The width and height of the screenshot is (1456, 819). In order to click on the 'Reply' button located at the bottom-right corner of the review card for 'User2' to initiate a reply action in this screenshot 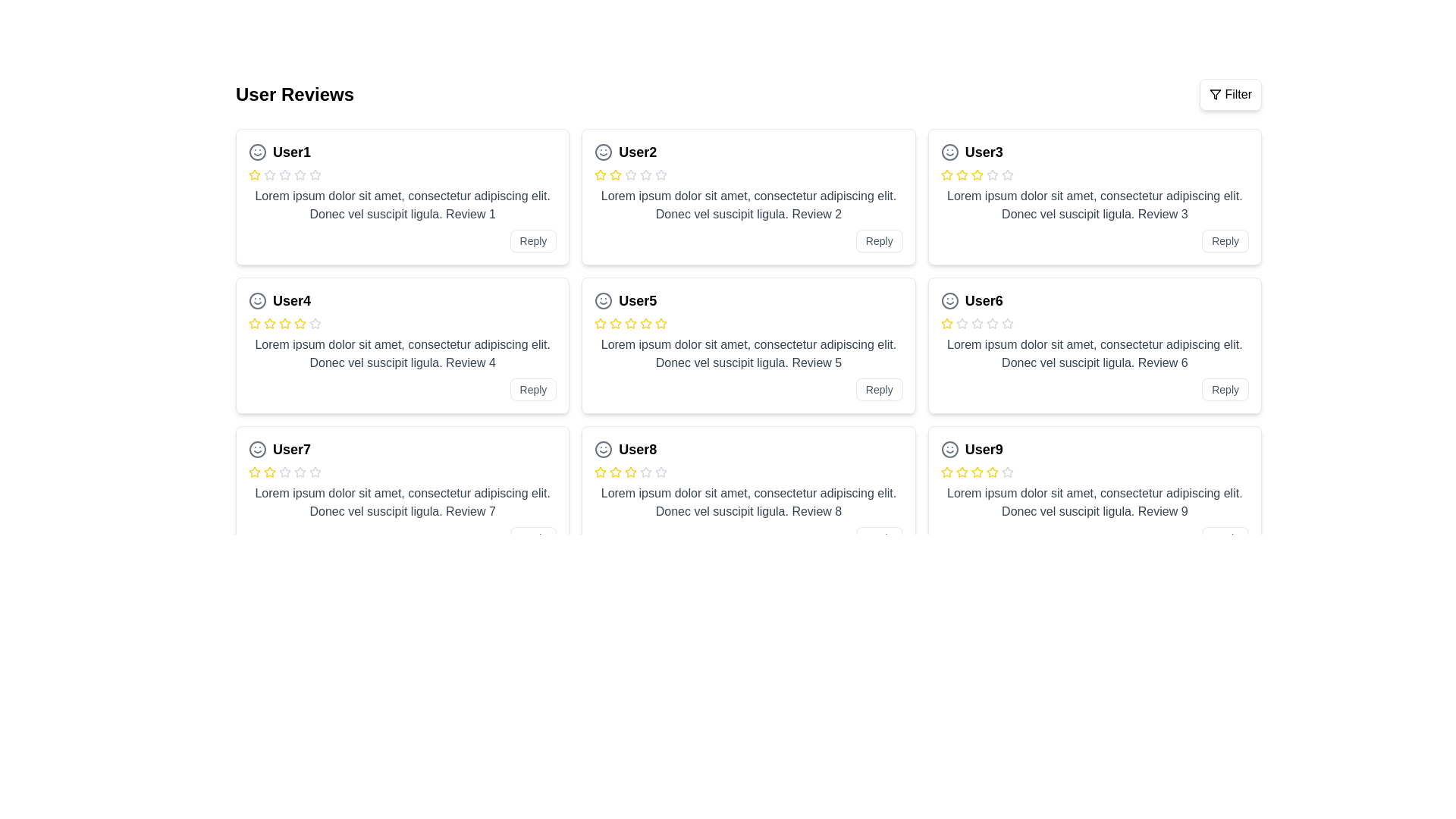, I will do `click(879, 240)`.